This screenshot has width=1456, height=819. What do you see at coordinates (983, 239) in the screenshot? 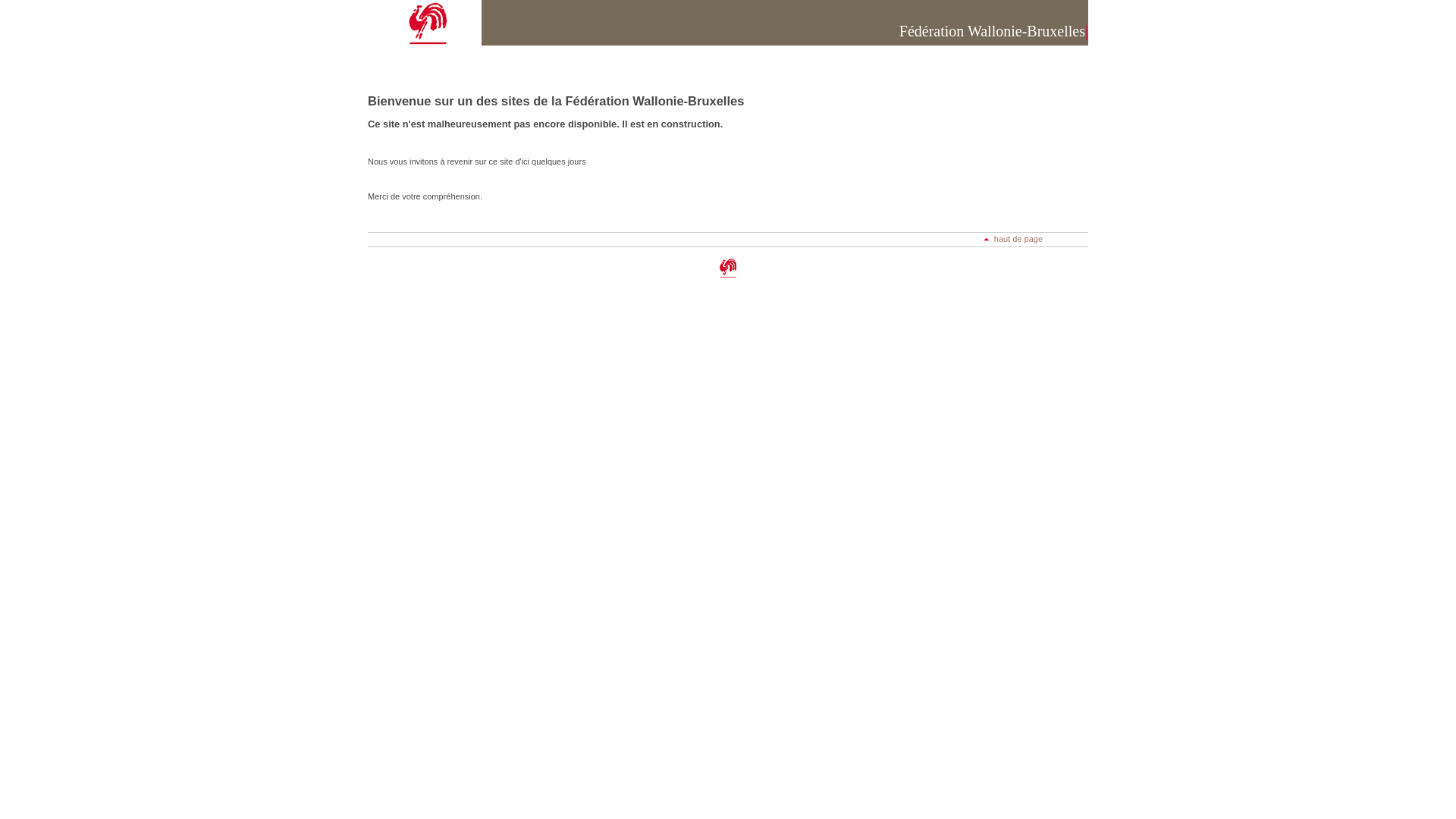
I see `'haut de page'` at bounding box center [983, 239].